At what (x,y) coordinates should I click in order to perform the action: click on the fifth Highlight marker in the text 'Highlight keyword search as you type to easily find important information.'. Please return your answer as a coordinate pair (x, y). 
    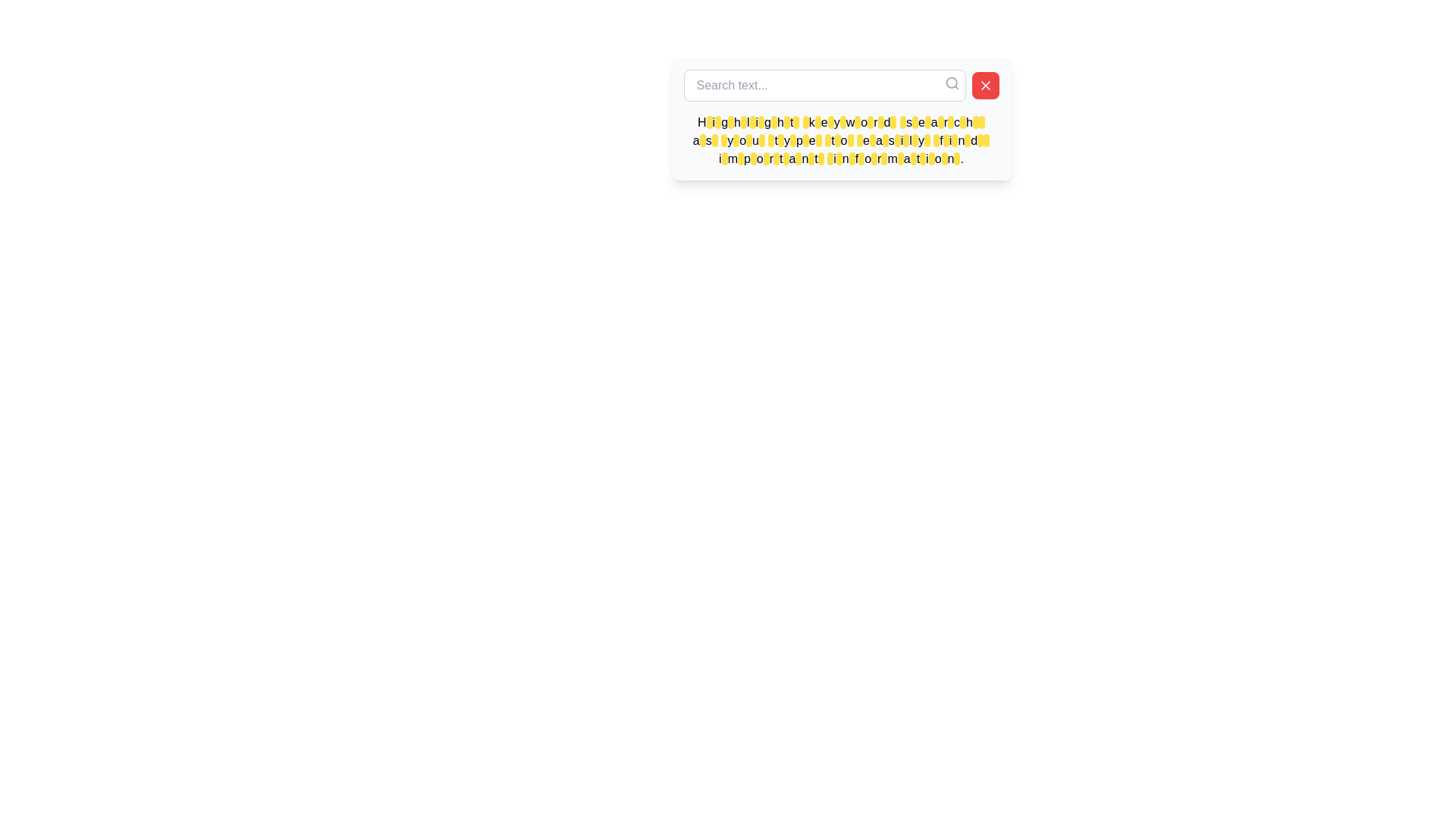
    Looking at the image, I should click on (752, 121).